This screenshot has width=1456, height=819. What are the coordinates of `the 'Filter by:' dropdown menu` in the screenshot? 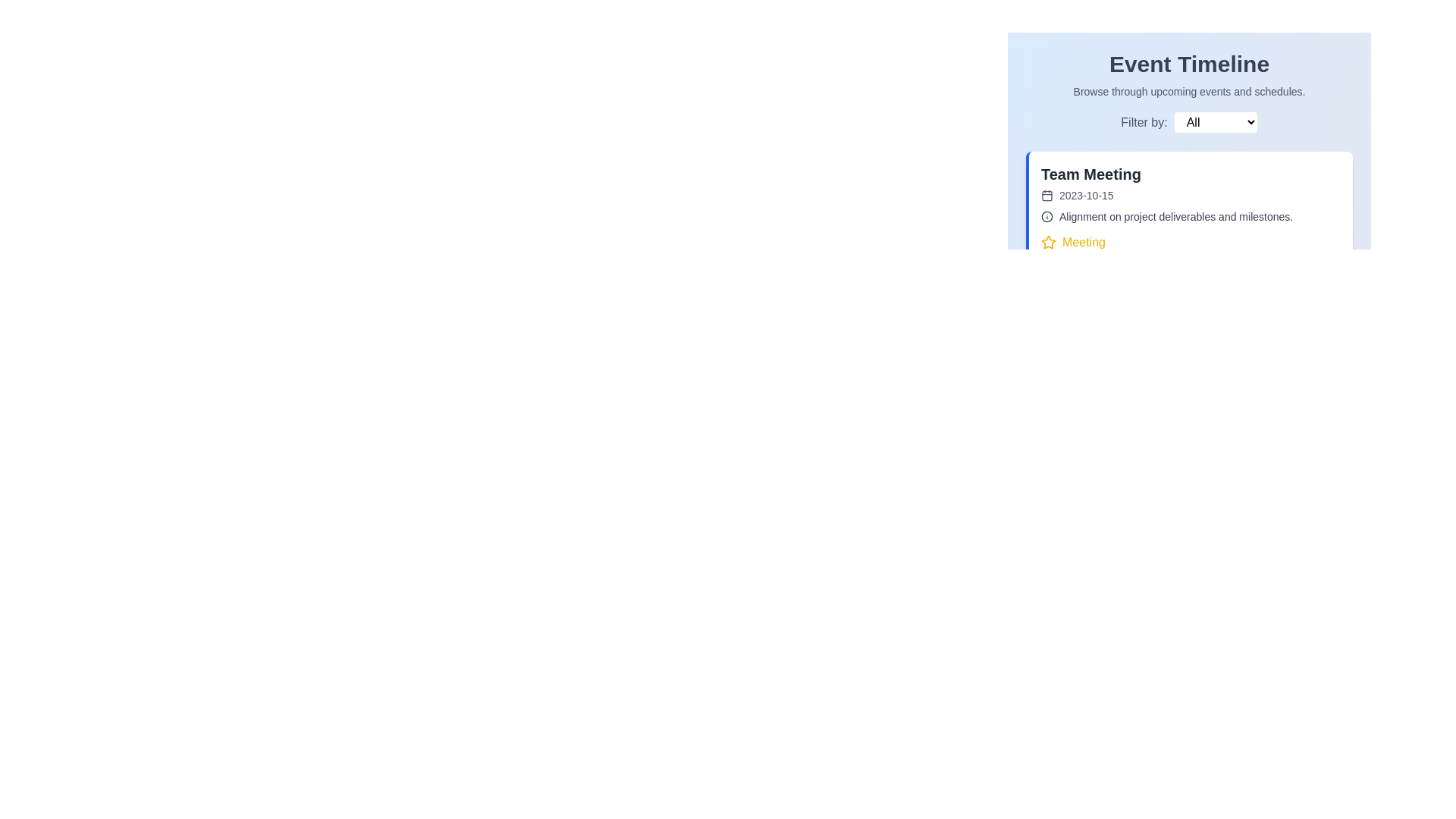 It's located at (1188, 121).